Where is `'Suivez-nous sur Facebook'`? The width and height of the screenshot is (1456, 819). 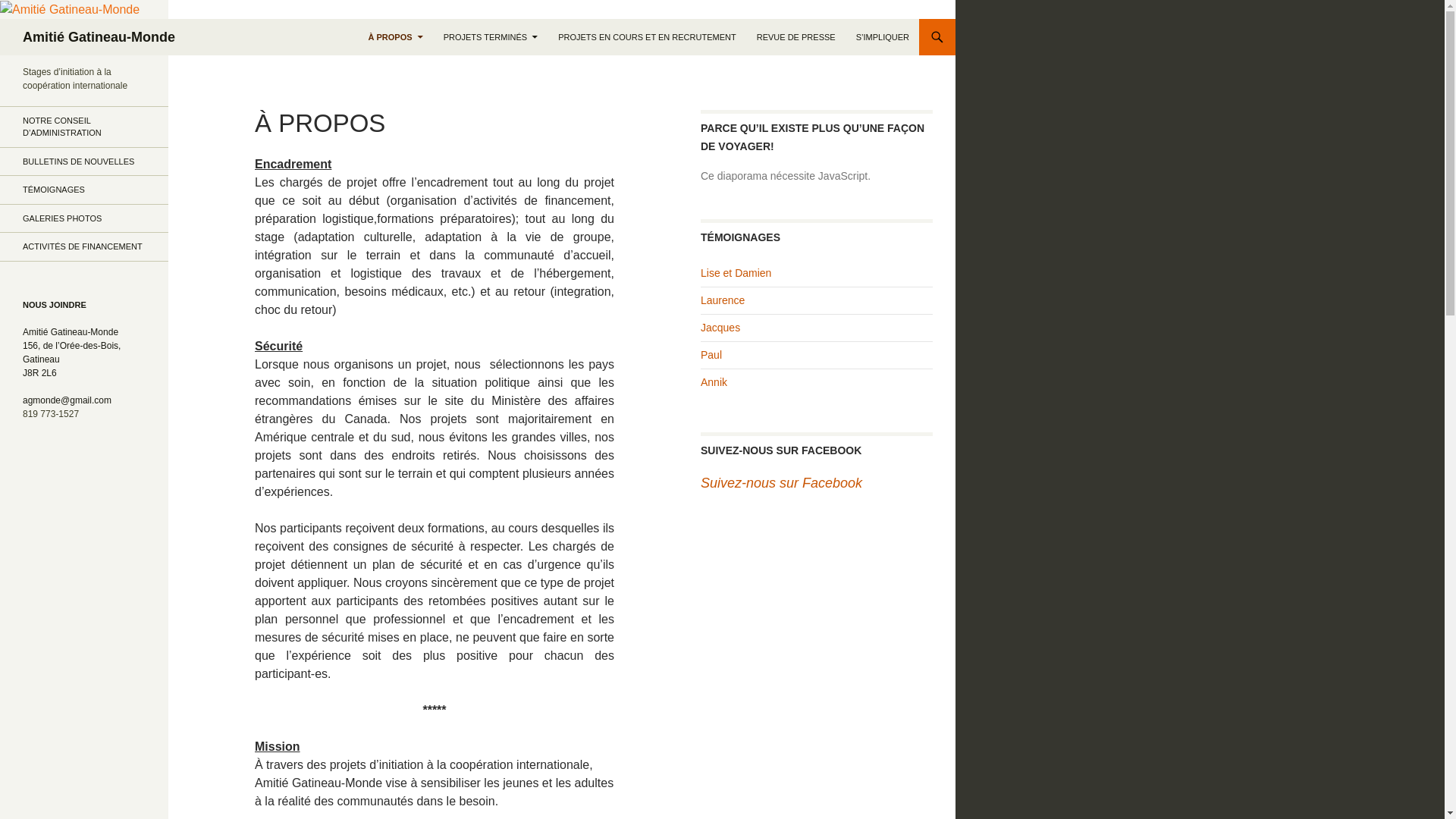
'Suivez-nous sur Facebook' is located at coordinates (781, 482).